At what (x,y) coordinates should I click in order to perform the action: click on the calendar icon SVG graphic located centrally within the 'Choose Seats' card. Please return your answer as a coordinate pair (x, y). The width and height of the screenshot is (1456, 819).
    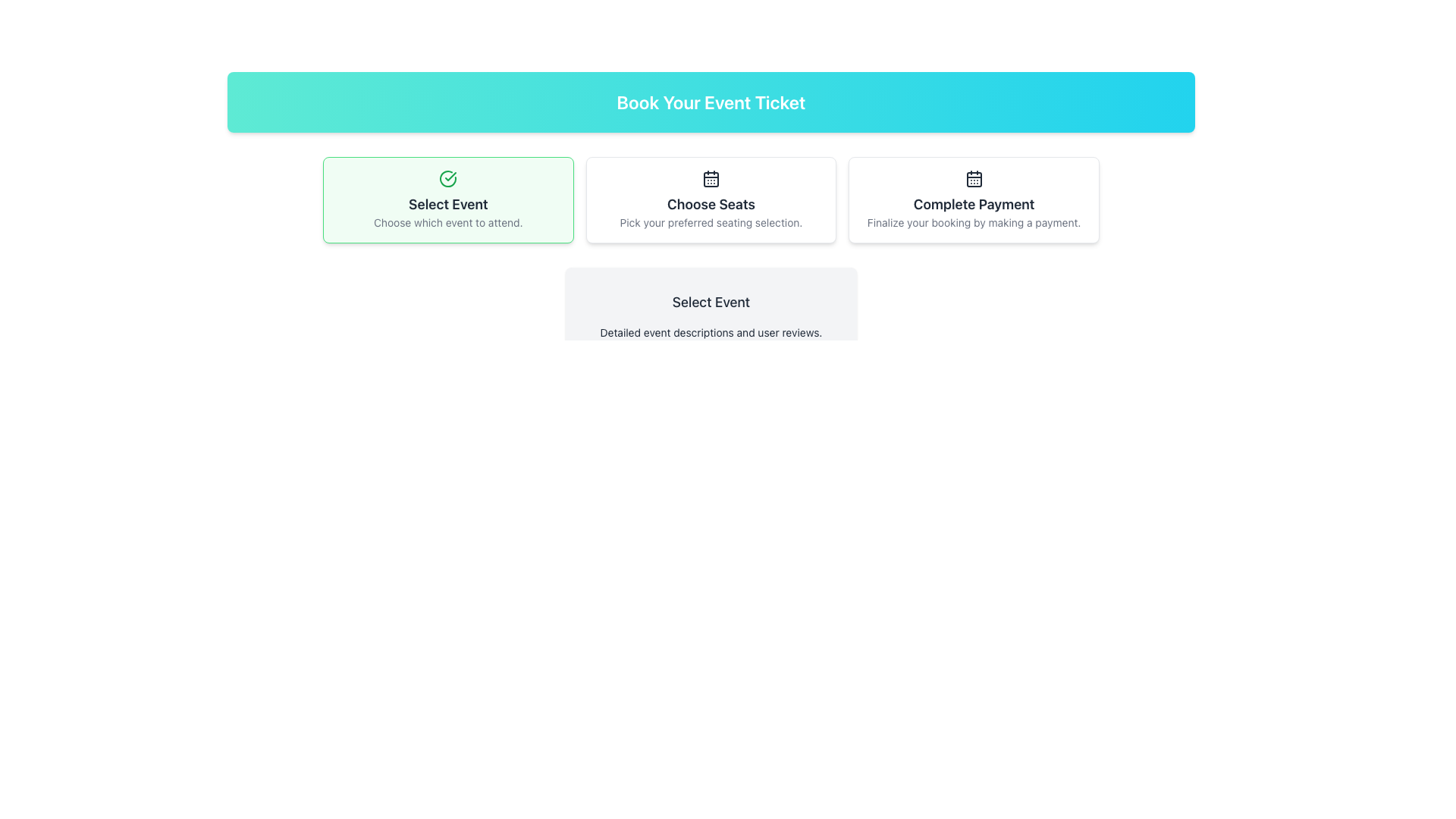
    Looking at the image, I should click on (710, 177).